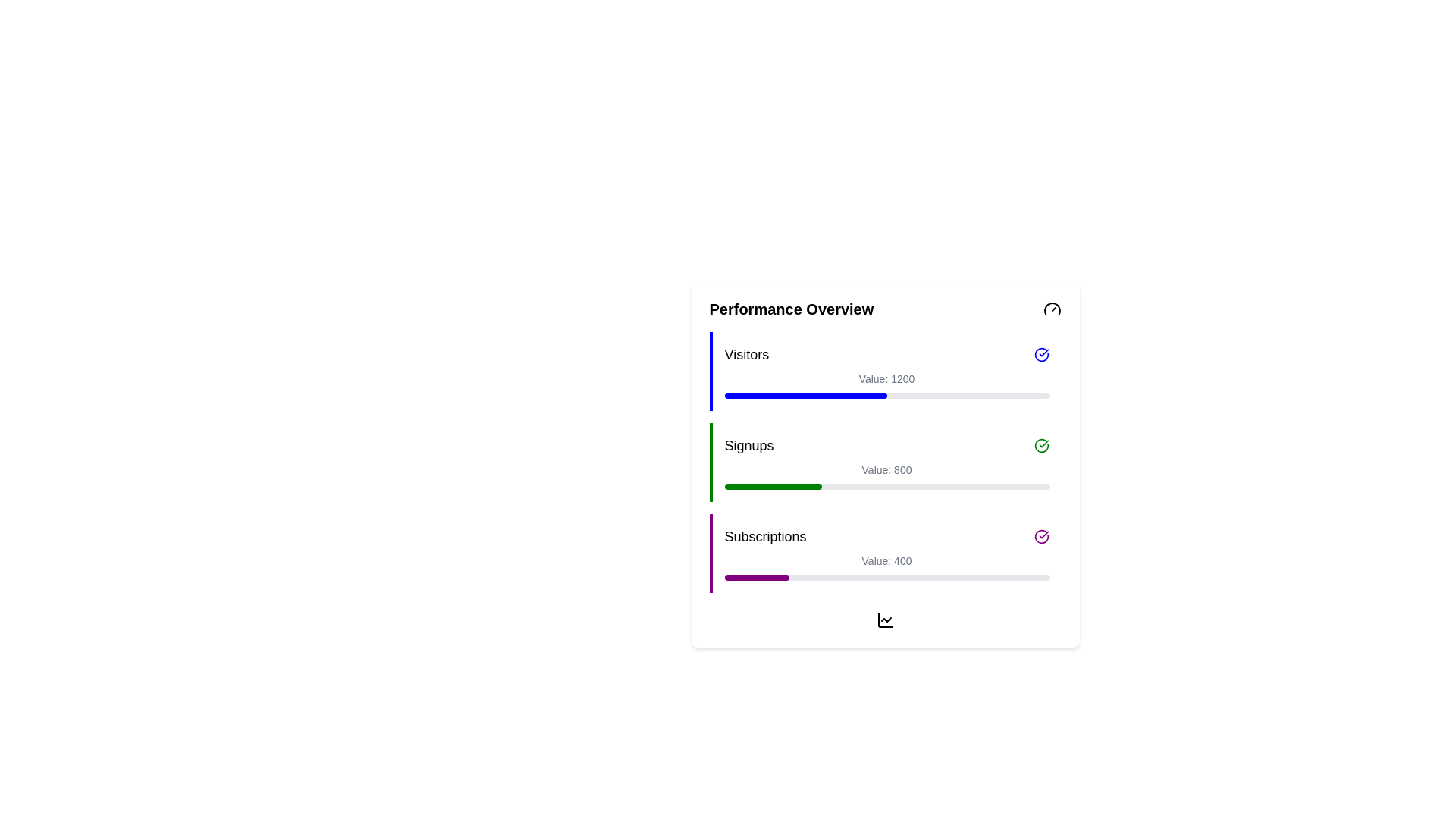  I want to click on the positive status icon located in the 'Signups' section of the 'Performance Overview' card, positioned to the far right and aligned with the 'Signups' text, so click(1040, 444).